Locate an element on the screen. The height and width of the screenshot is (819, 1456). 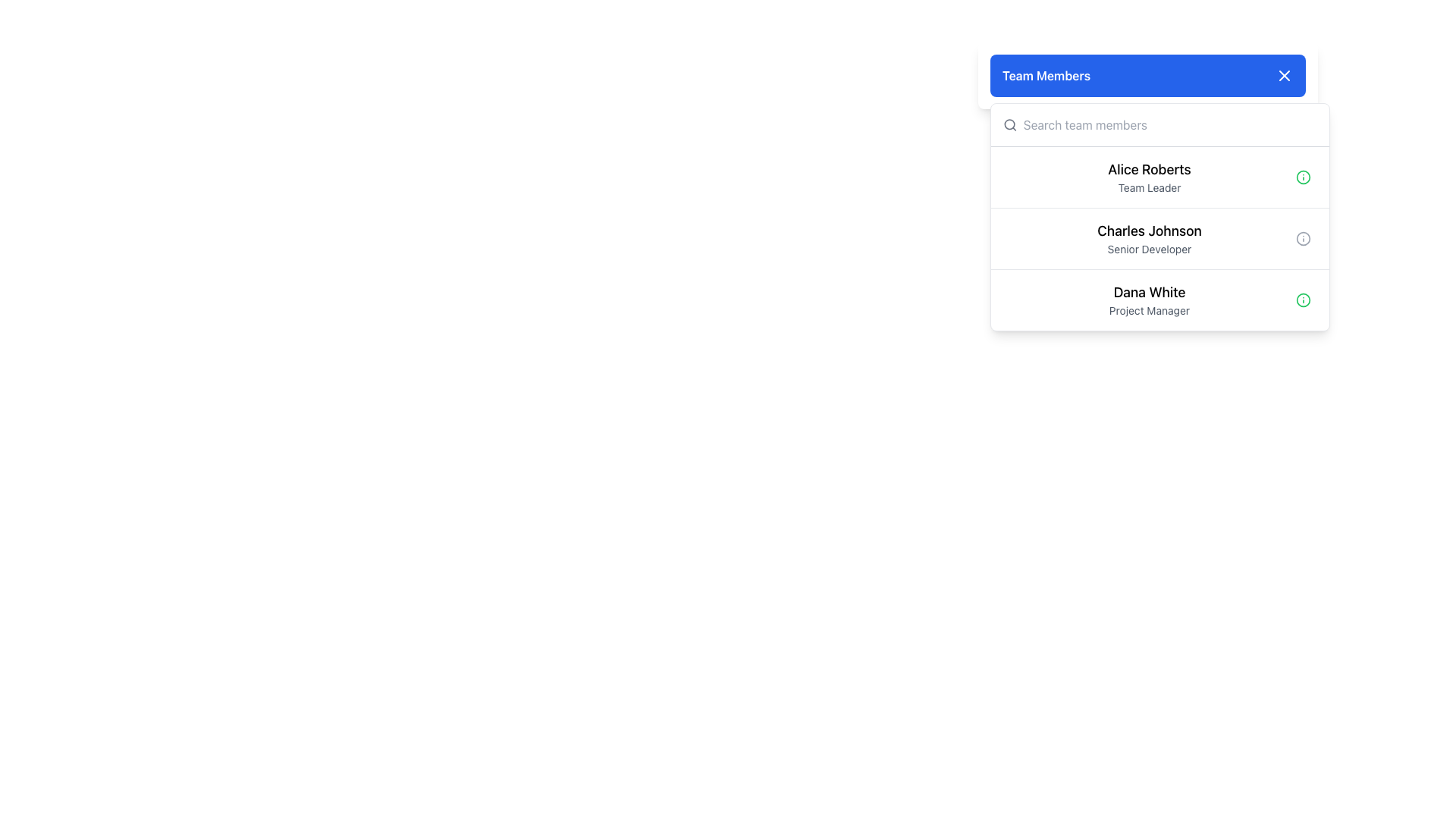
the third entry in the team member list, which displays a name and title is located at coordinates (1150, 300).